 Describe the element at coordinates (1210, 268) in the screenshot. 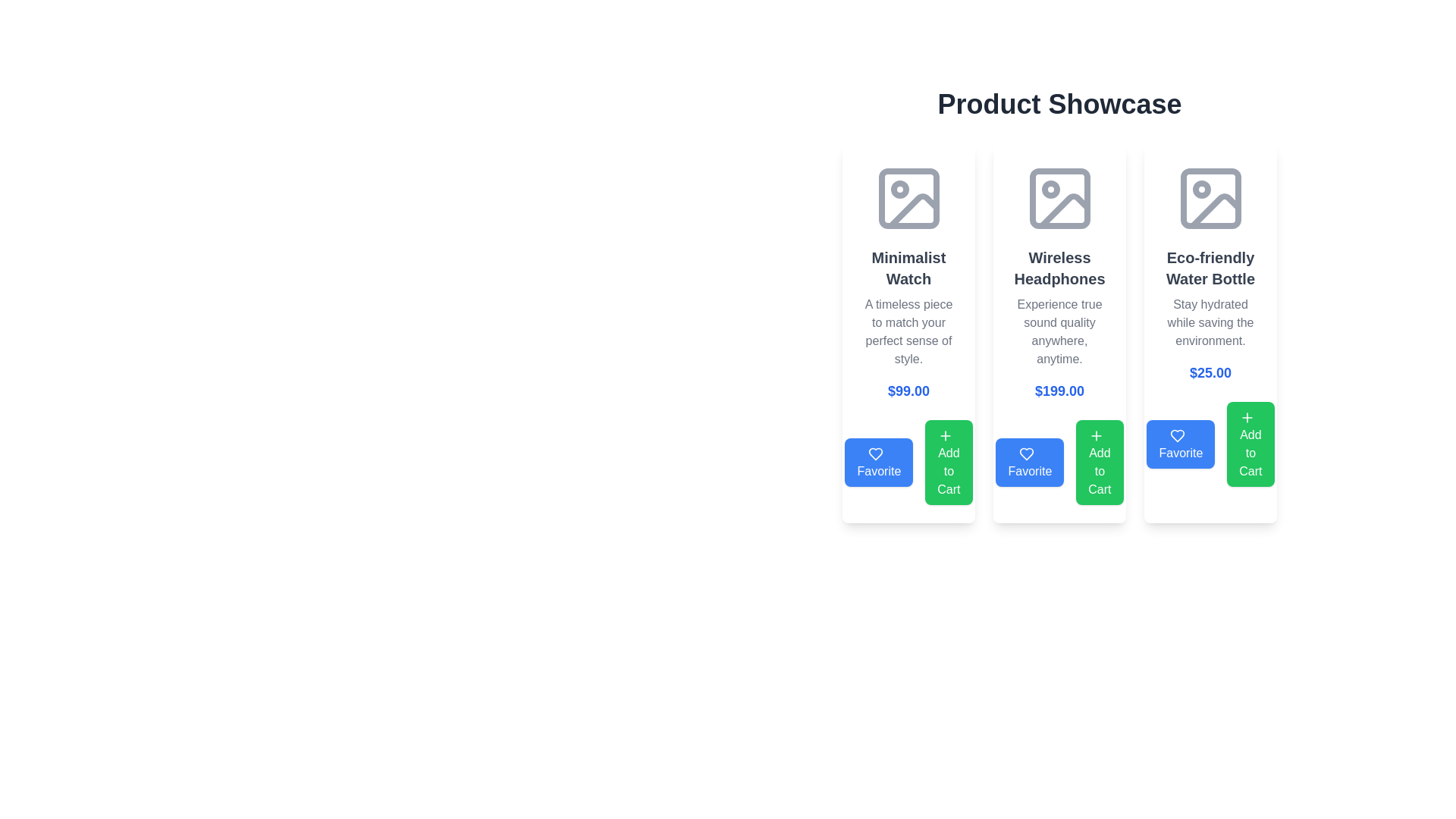

I see `the text label that serves as the title for the product, located in the third product panel from the left, near the top, directly below an image placeholder` at that location.